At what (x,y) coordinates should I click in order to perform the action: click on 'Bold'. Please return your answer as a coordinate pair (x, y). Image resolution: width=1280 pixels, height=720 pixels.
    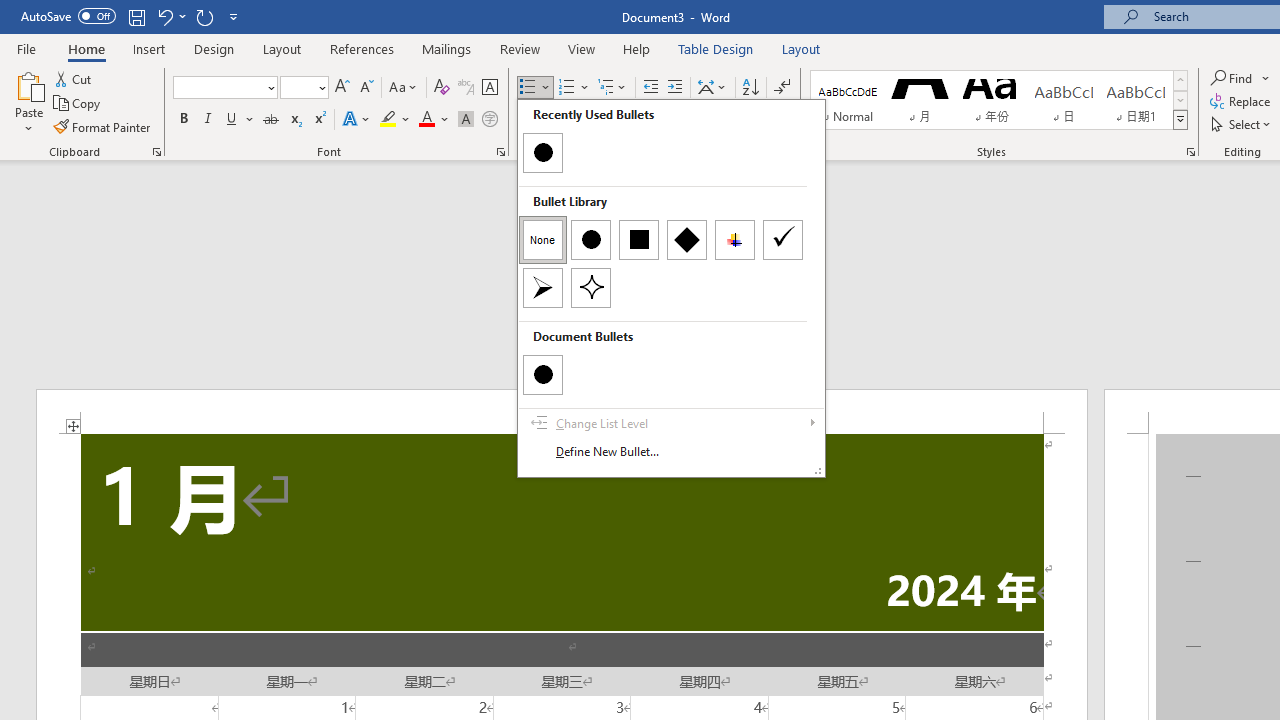
    Looking at the image, I should click on (183, 119).